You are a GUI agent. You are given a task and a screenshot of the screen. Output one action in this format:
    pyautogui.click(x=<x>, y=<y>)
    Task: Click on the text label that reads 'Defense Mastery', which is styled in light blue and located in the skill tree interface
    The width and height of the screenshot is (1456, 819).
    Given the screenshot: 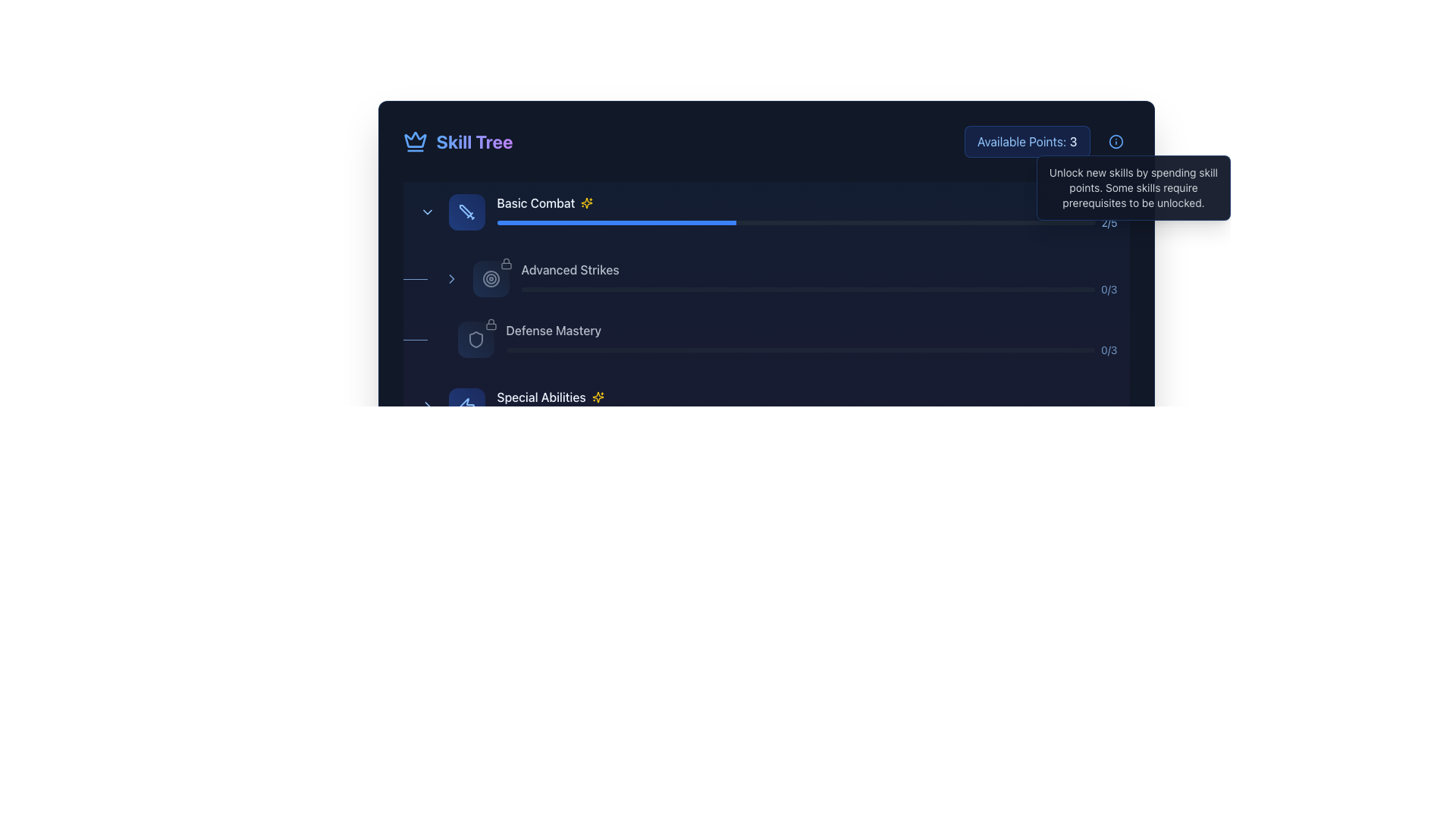 What is the action you would take?
    pyautogui.click(x=553, y=329)
    